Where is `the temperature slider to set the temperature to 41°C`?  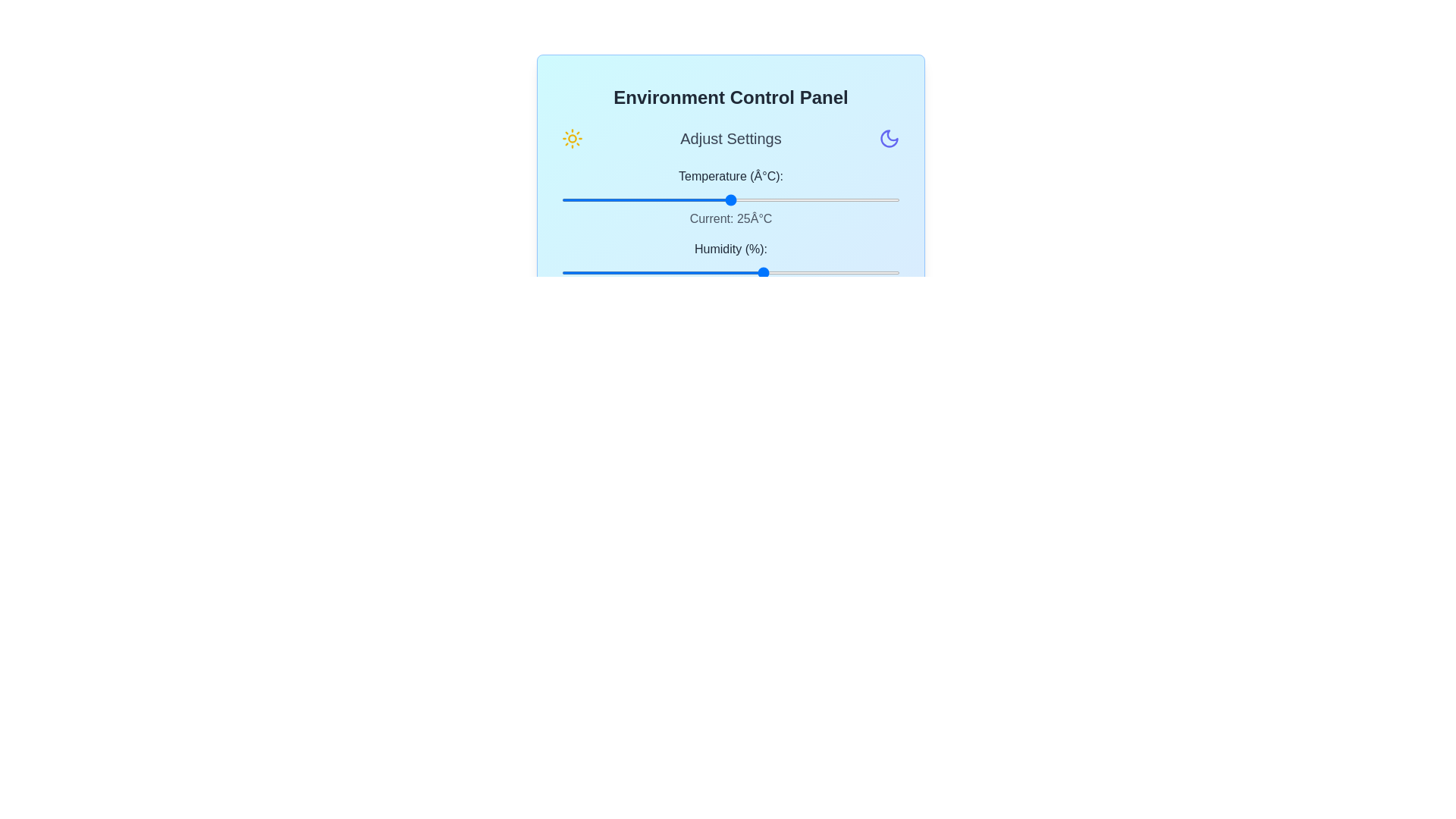
the temperature slider to set the temperature to 41°C is located at coordinates (838, 199).